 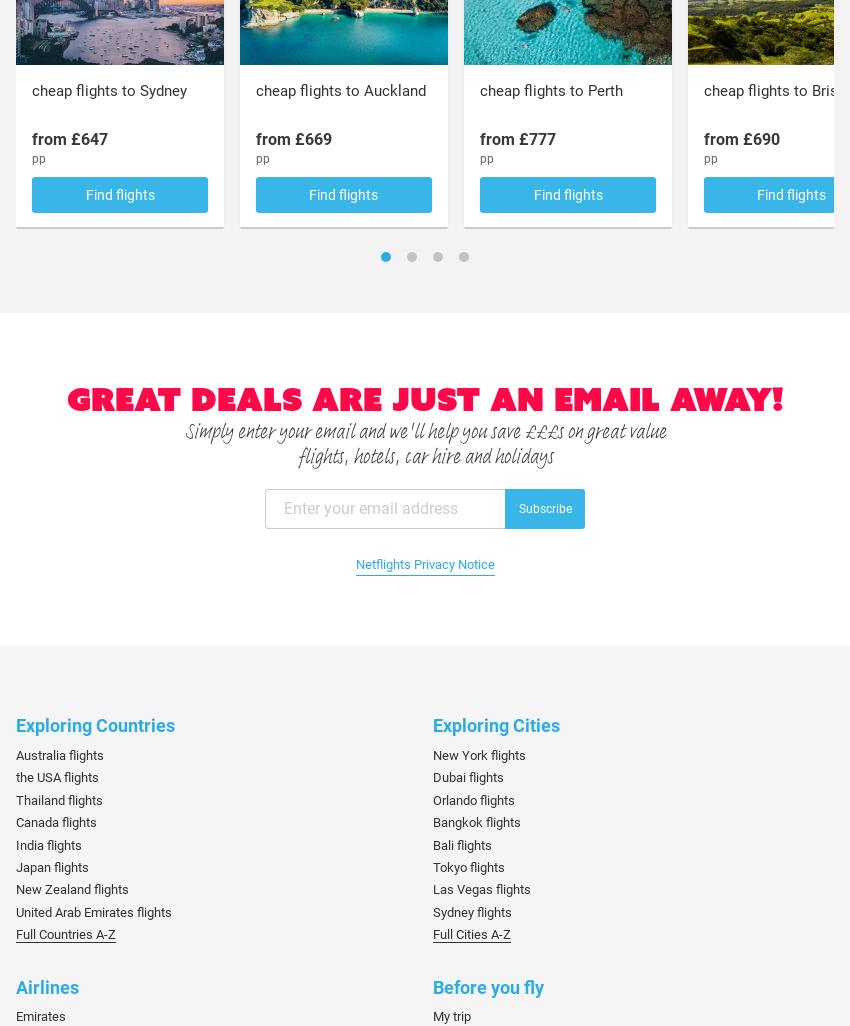 I want to click on 'My trip', so click(x=451, y=1015).